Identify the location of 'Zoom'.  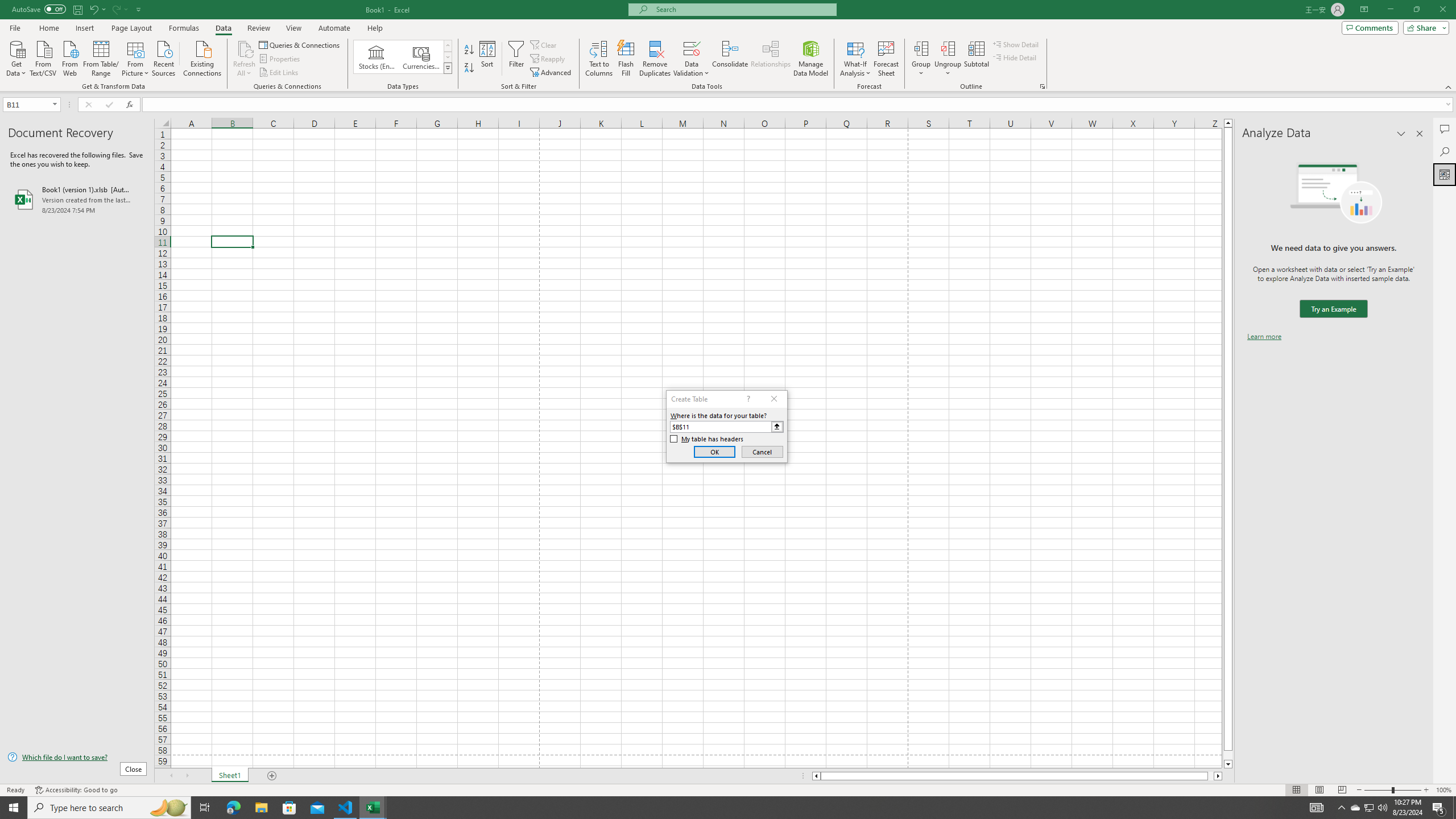
(1392, 790).